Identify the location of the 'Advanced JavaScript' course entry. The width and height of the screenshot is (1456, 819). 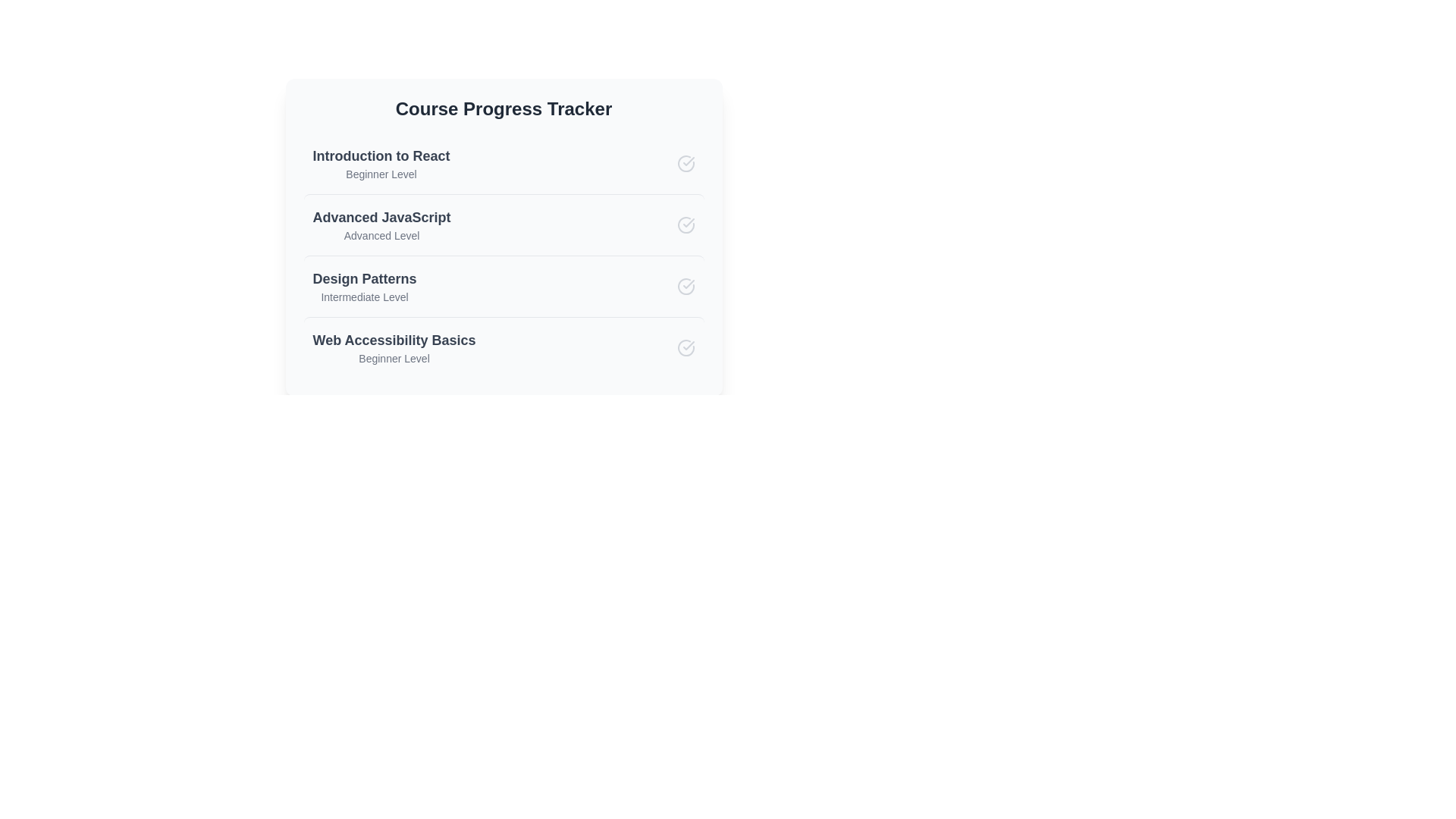
(504, 227).